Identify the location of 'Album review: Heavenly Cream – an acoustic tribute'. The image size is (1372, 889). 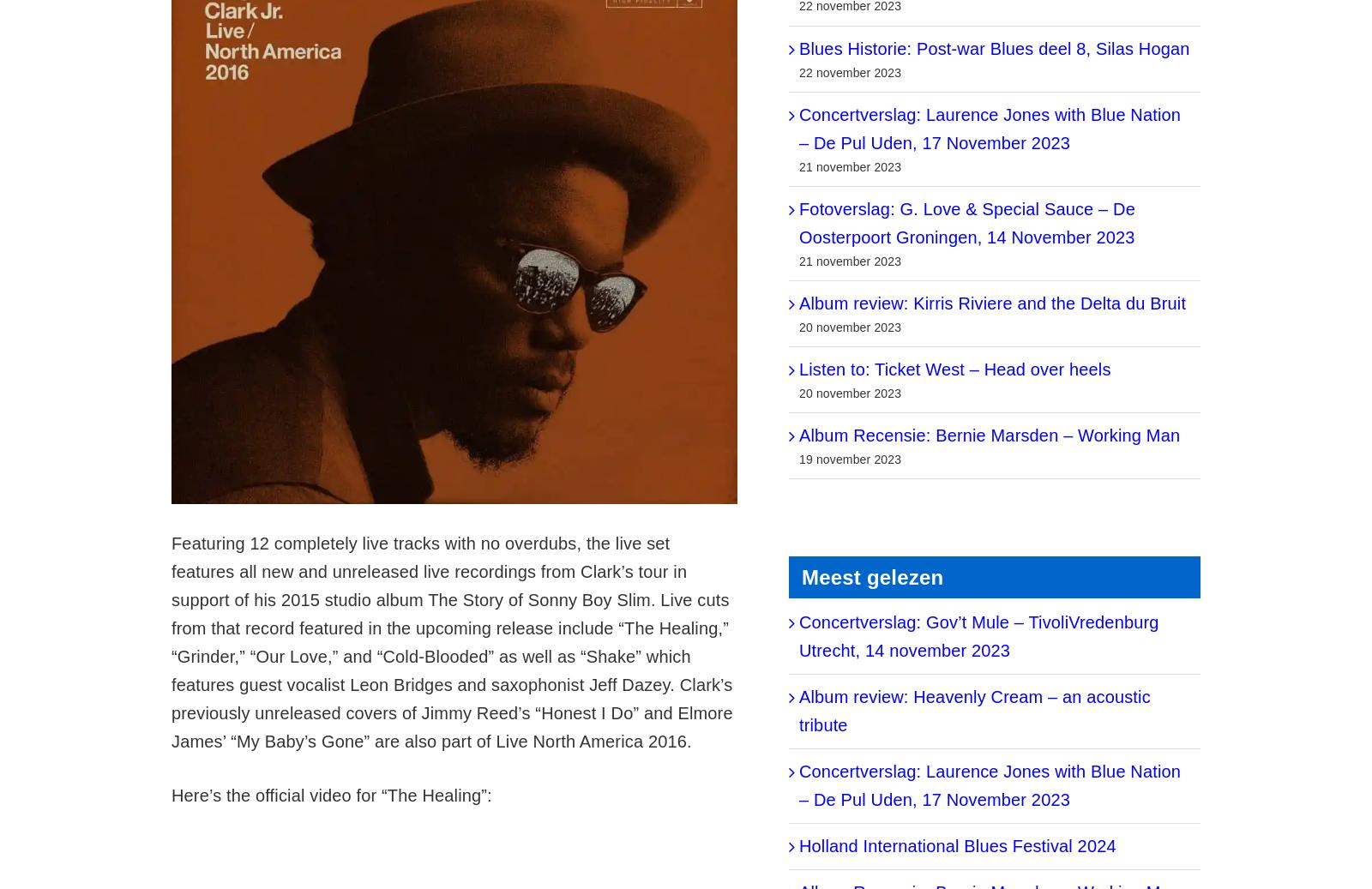
(974, 711).